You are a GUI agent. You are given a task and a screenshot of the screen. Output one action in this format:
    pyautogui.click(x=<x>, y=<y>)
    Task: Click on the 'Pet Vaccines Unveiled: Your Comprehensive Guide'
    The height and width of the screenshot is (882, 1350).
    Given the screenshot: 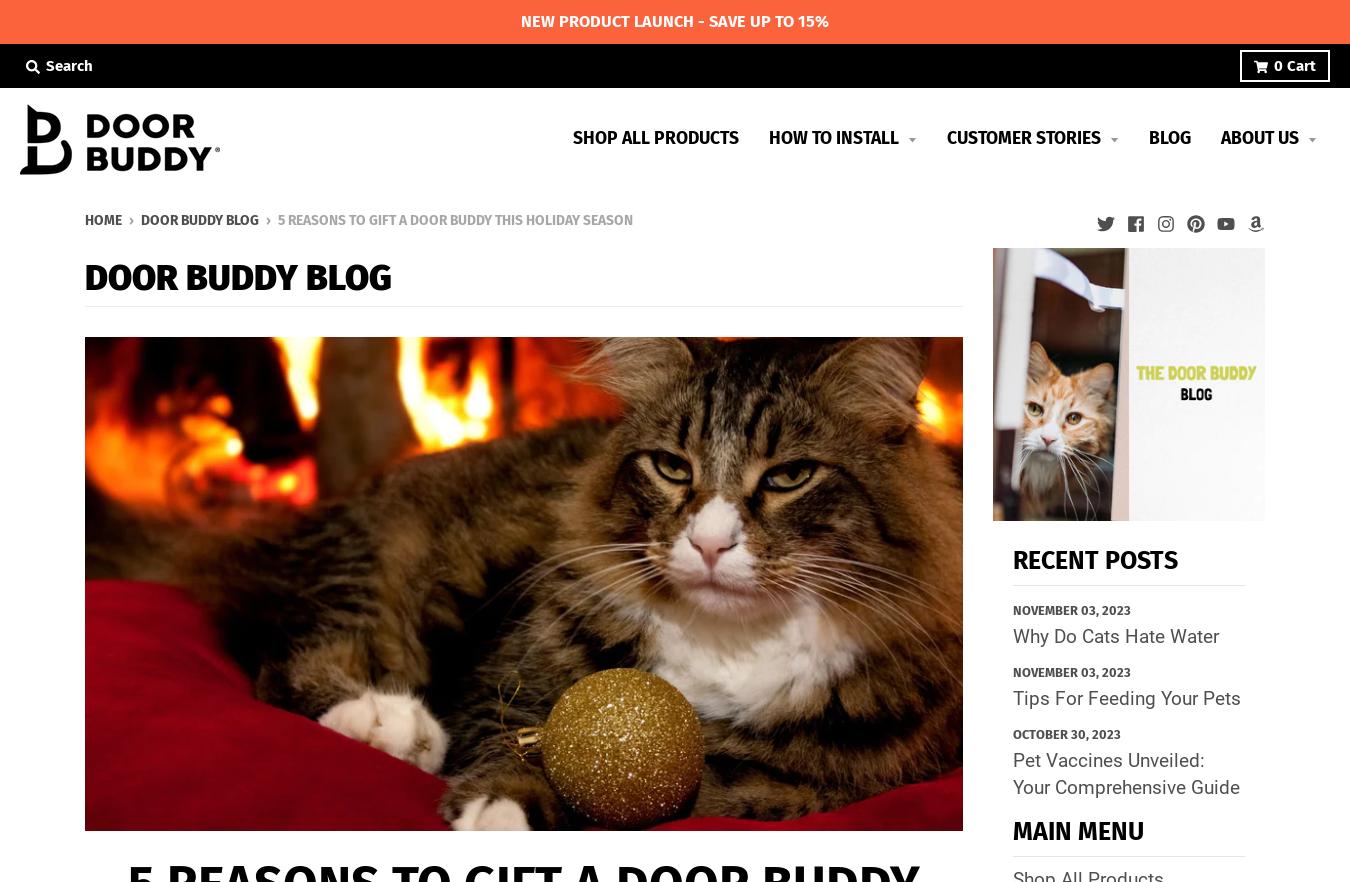 What is the action you would take?
    pyautogui.click(x=1125, y=774)
    